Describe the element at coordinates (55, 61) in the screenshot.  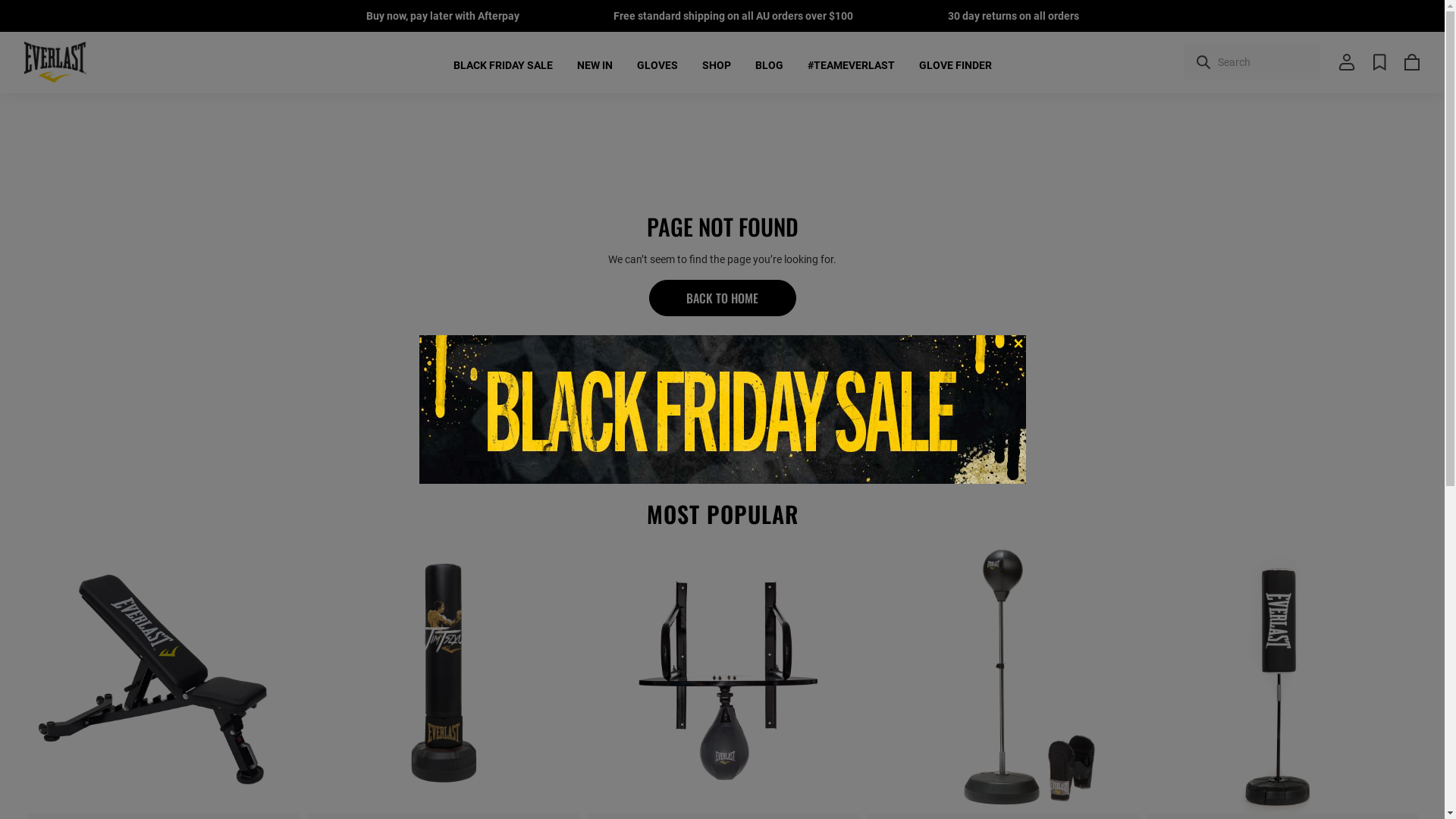
I see `'Everlast Australia'` at that location.